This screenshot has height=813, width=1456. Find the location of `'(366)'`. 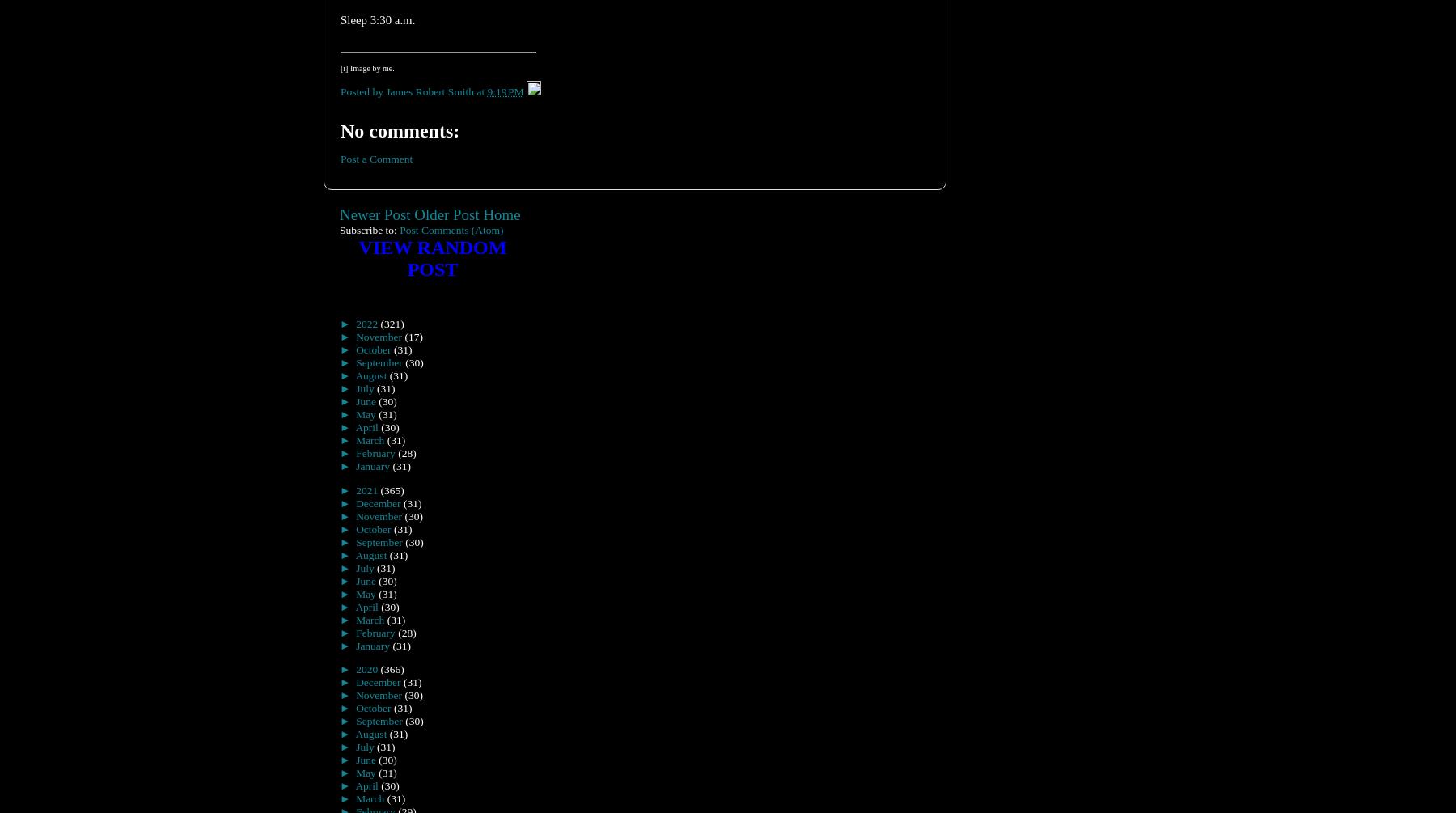

'(366)' is located at coordinates (391, 669).